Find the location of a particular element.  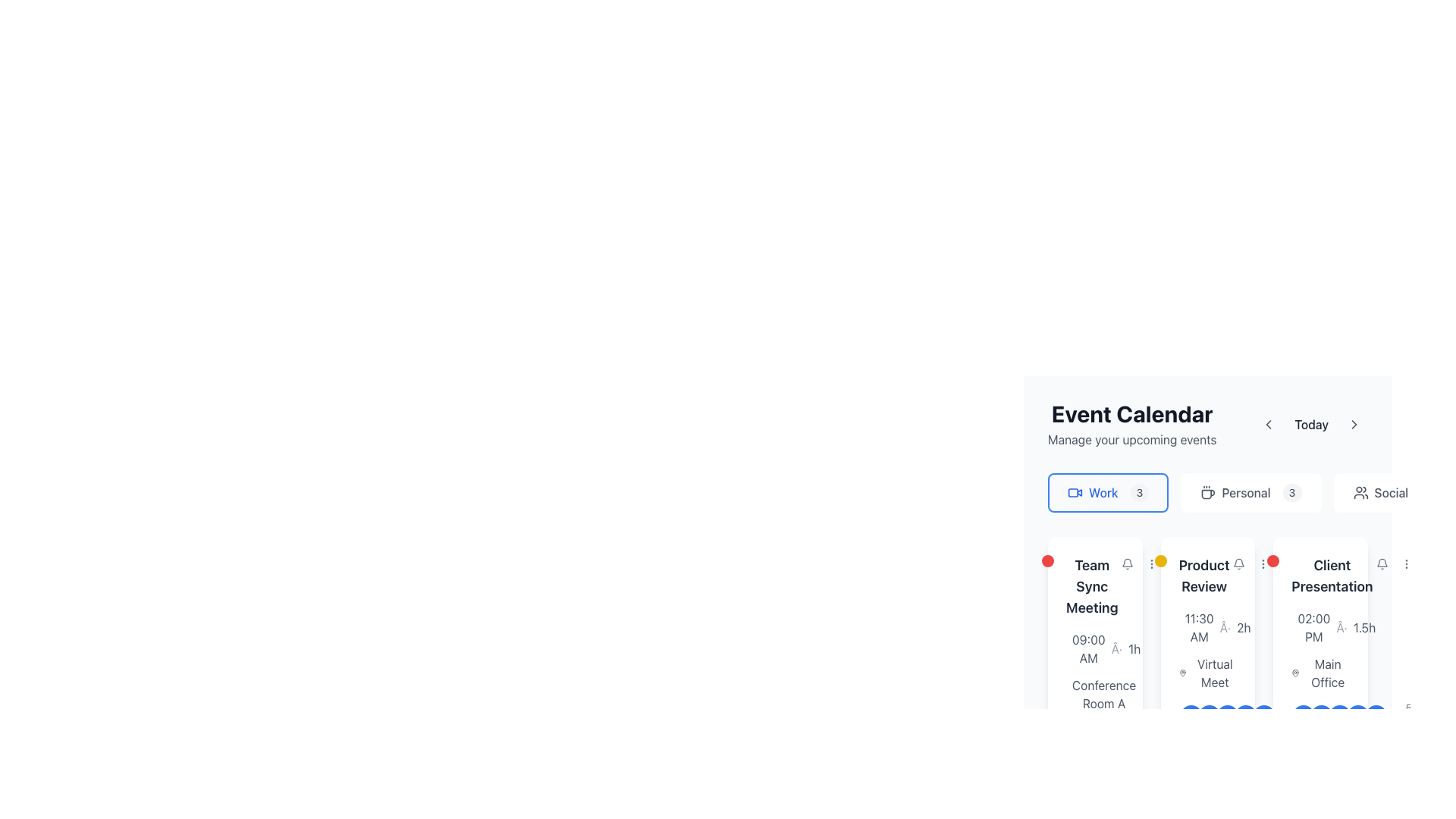

the 'Virtual Meet' text label in the calendar event card under the title 'Product Review' is located at coordinates (1215, 672).